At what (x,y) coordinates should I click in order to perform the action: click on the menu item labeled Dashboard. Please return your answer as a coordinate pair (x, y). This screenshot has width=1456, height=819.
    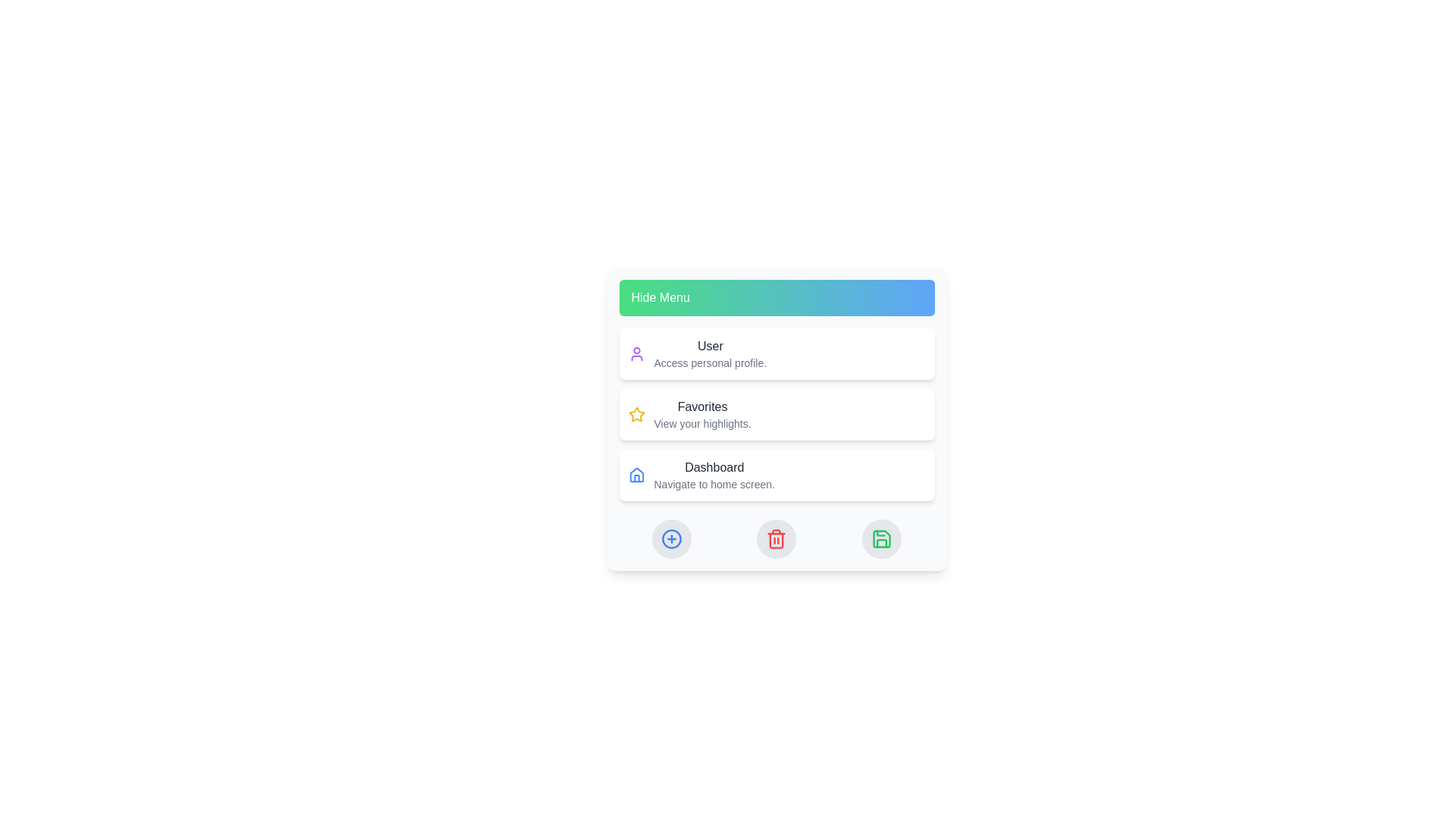
    Looking at the image, I should click on (777, 475).